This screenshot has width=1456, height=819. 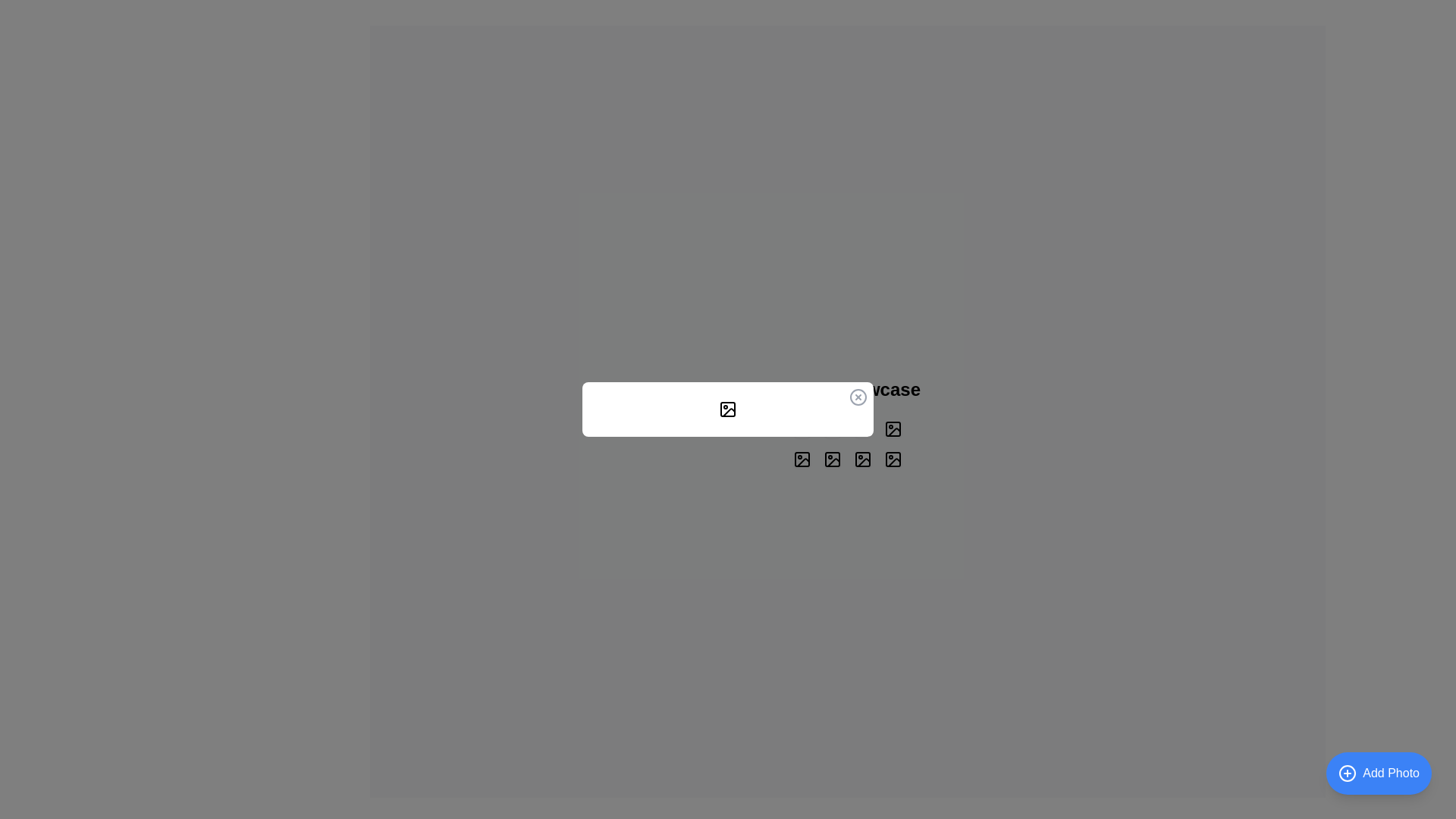 What do you see at coordinates (862, 458) in the screenshot?
I see `the zoom in button, which is the second icon from the right` at bounding box center [862, 458].